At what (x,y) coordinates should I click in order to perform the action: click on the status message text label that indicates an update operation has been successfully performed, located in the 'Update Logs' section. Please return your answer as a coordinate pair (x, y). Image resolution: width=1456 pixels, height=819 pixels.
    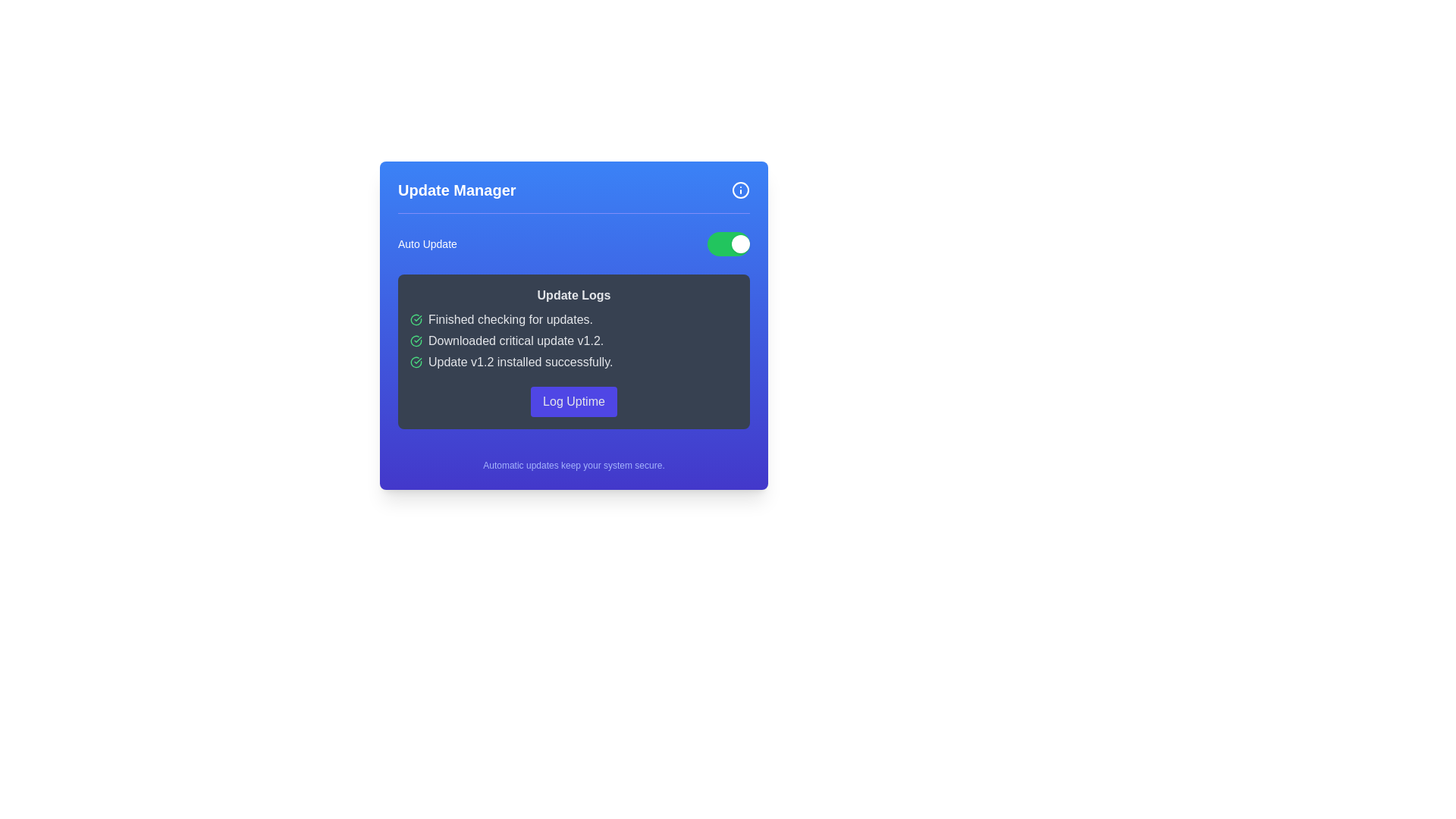
    Looking at the image, I should click on (573, 362).